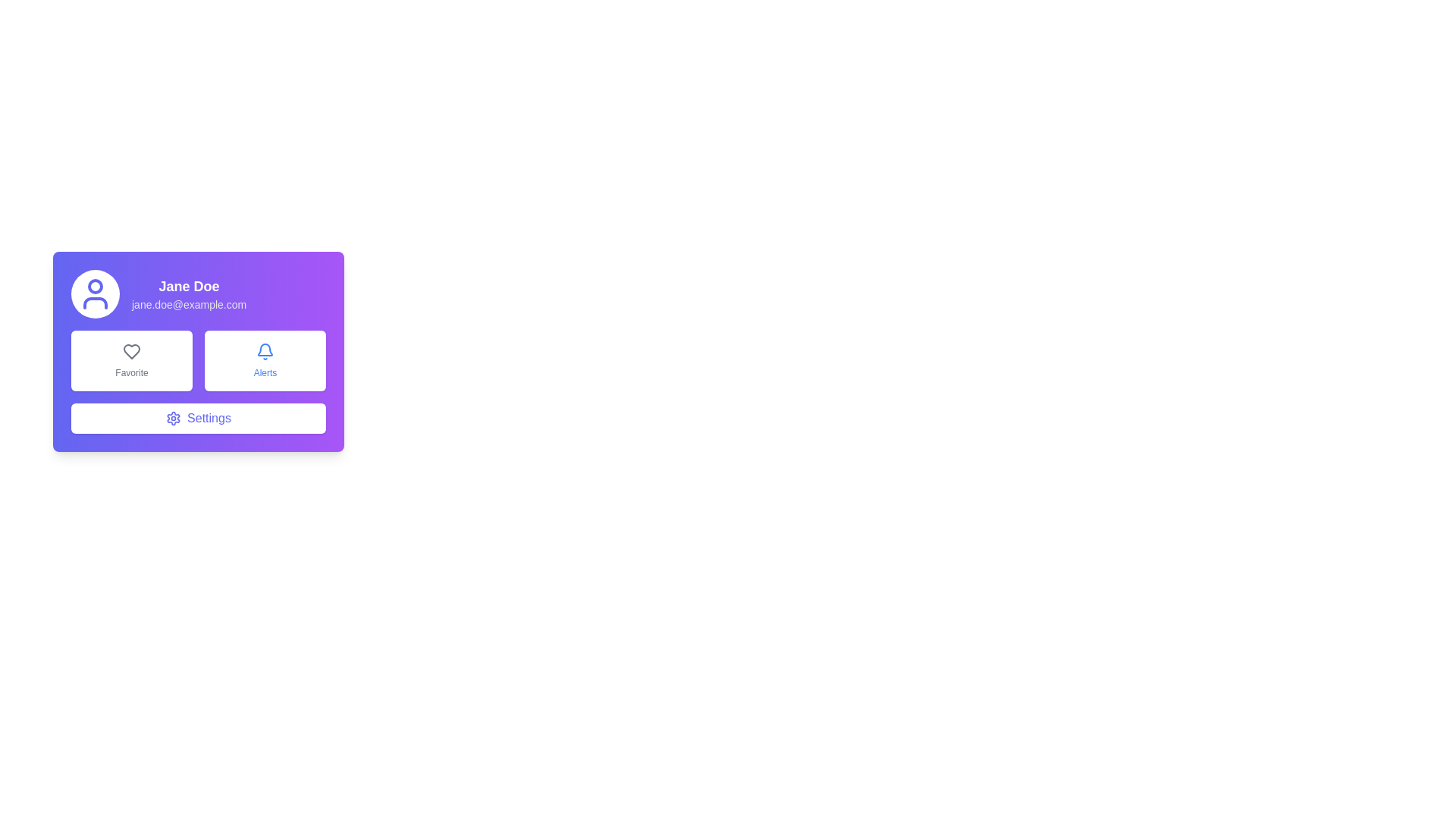 This screenshot has height=819, width=1456. Describe the element at coordinates (131, 351) in the screenshot. I see `the heart-shaped icon with a hollow center located within the 'Favorite' button, which is on the left side of the second row in the card layout` at that location.